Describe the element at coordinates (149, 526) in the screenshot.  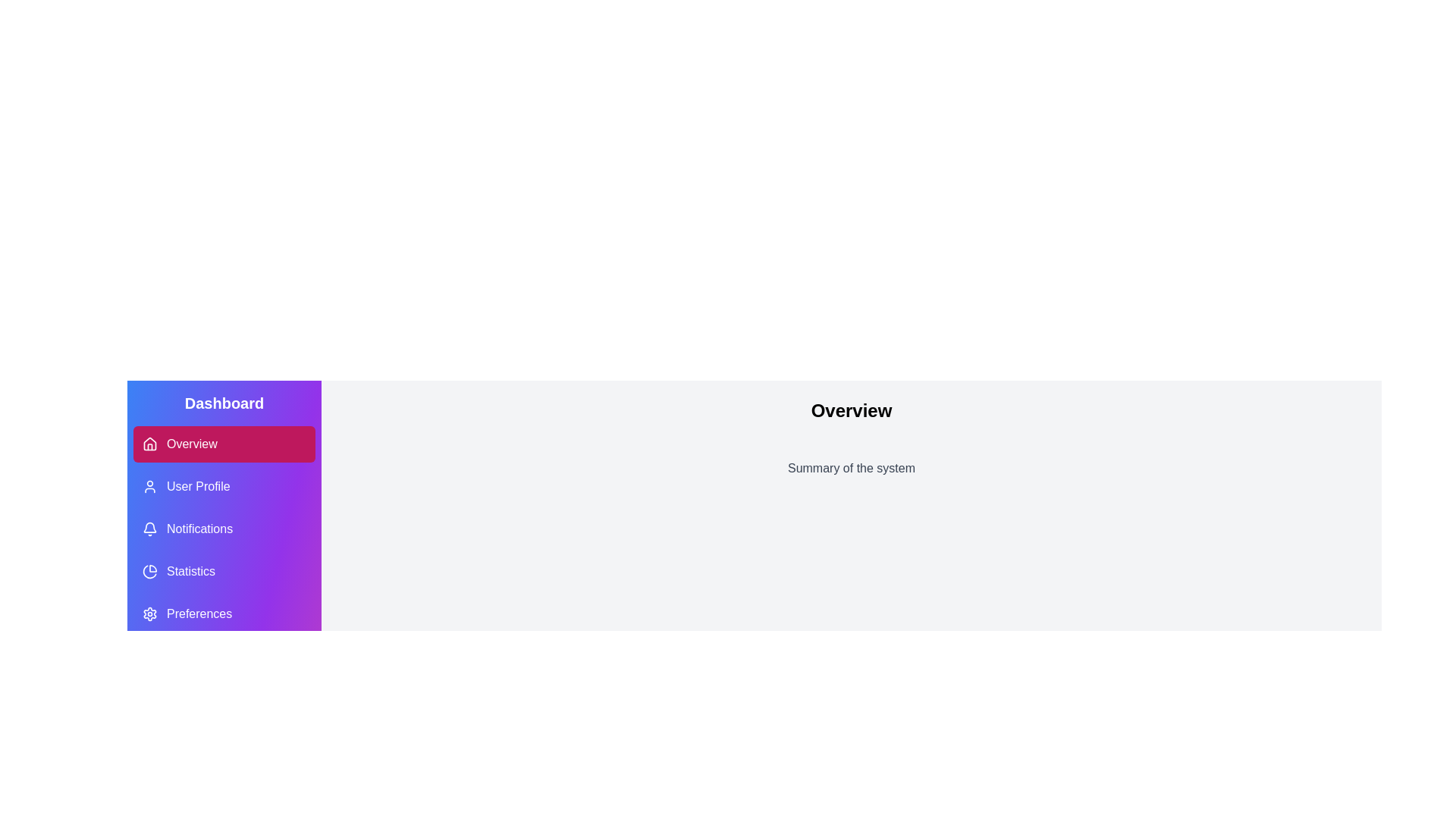
I see `bell icon located to the left of the 'Notifications' text in the sidebar, which is styled with a clean design and positioned between 'User Profile' and 'Statistics'` at that location.